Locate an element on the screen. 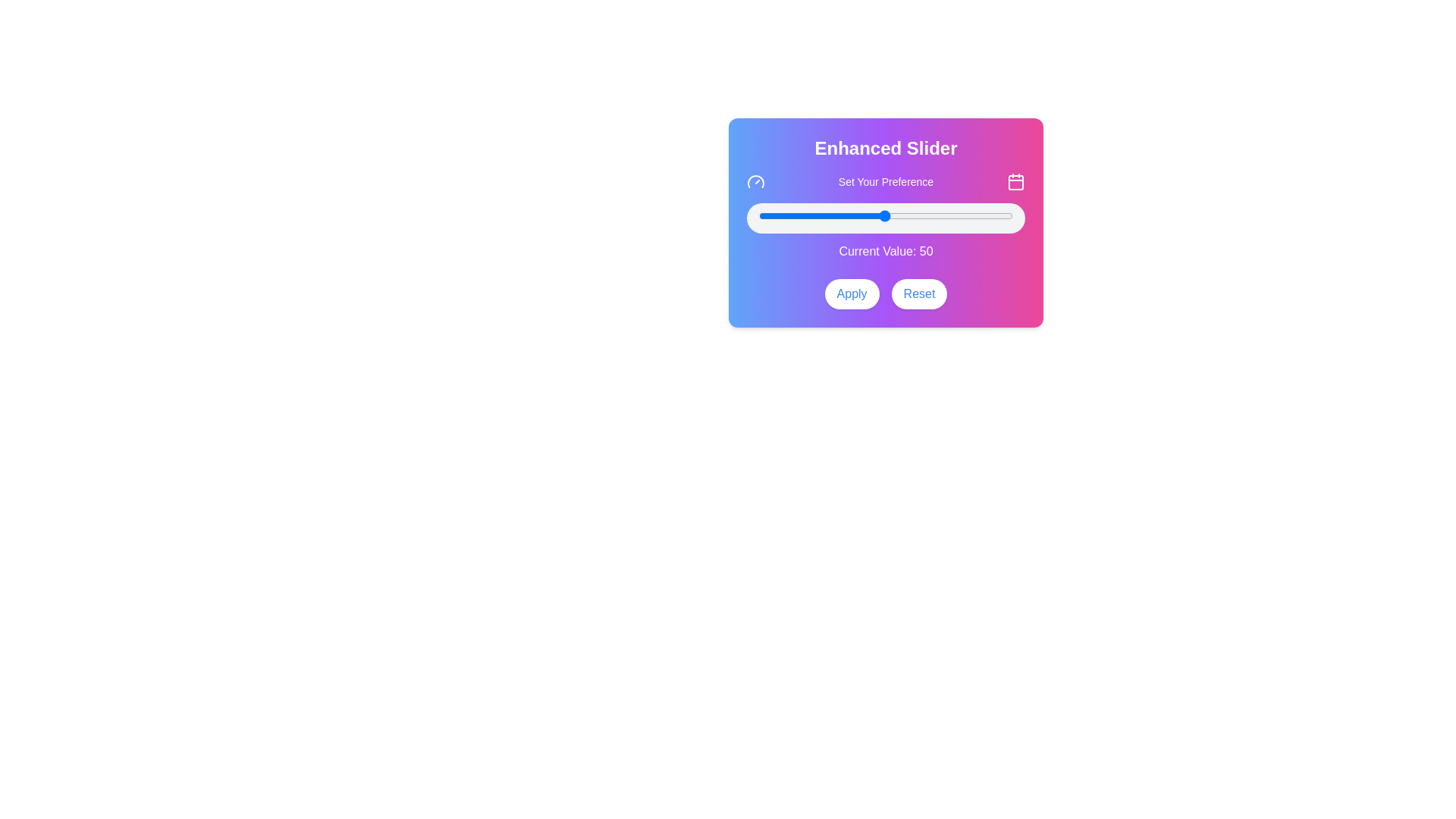  the slider value is located at coordinates (917, 216).